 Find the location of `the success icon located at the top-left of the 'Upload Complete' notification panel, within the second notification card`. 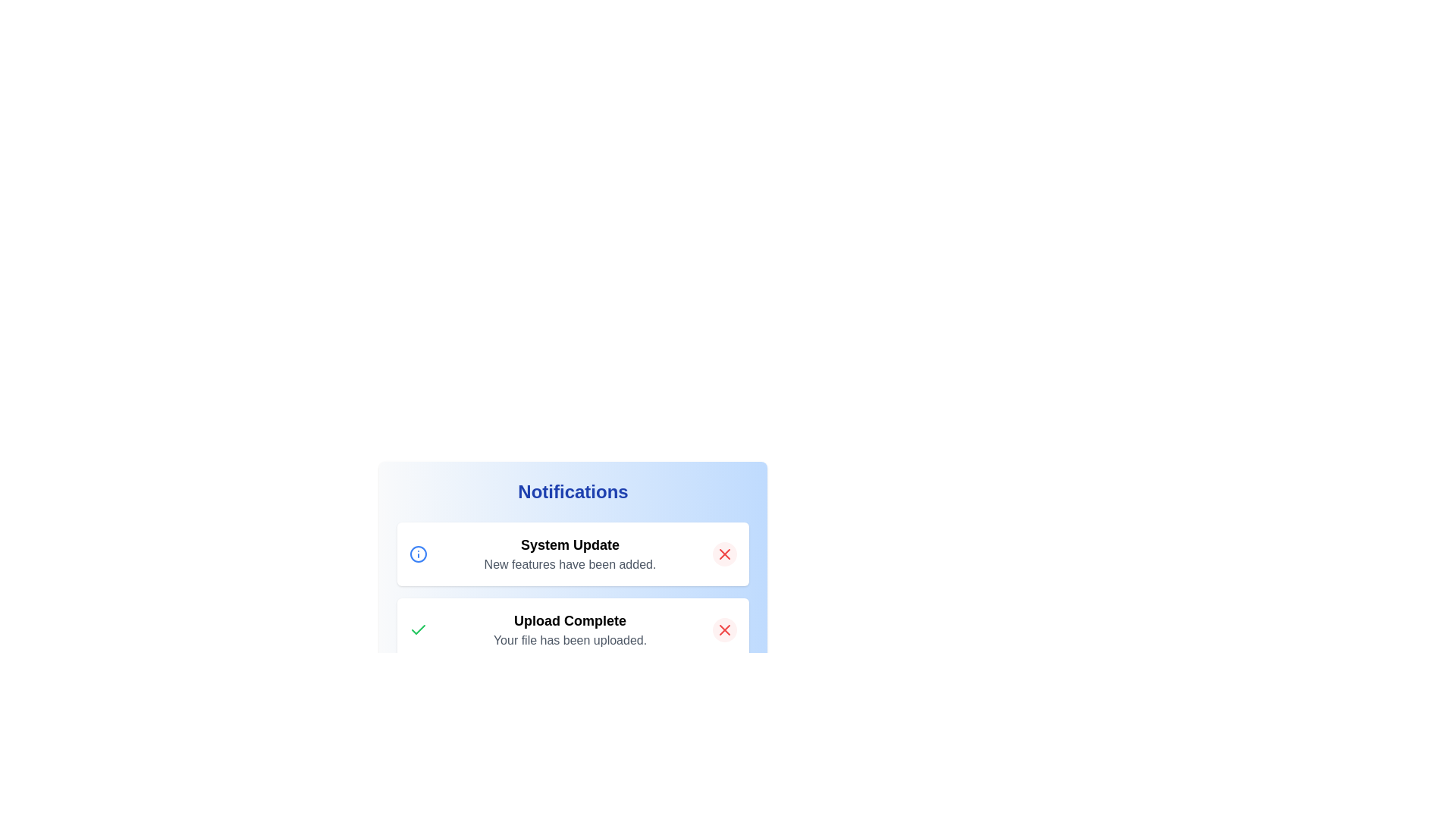

the success icon located at the top-left of the 'Upload Complete' notification panel, within the second notification card is located at coordinates (419, 629).